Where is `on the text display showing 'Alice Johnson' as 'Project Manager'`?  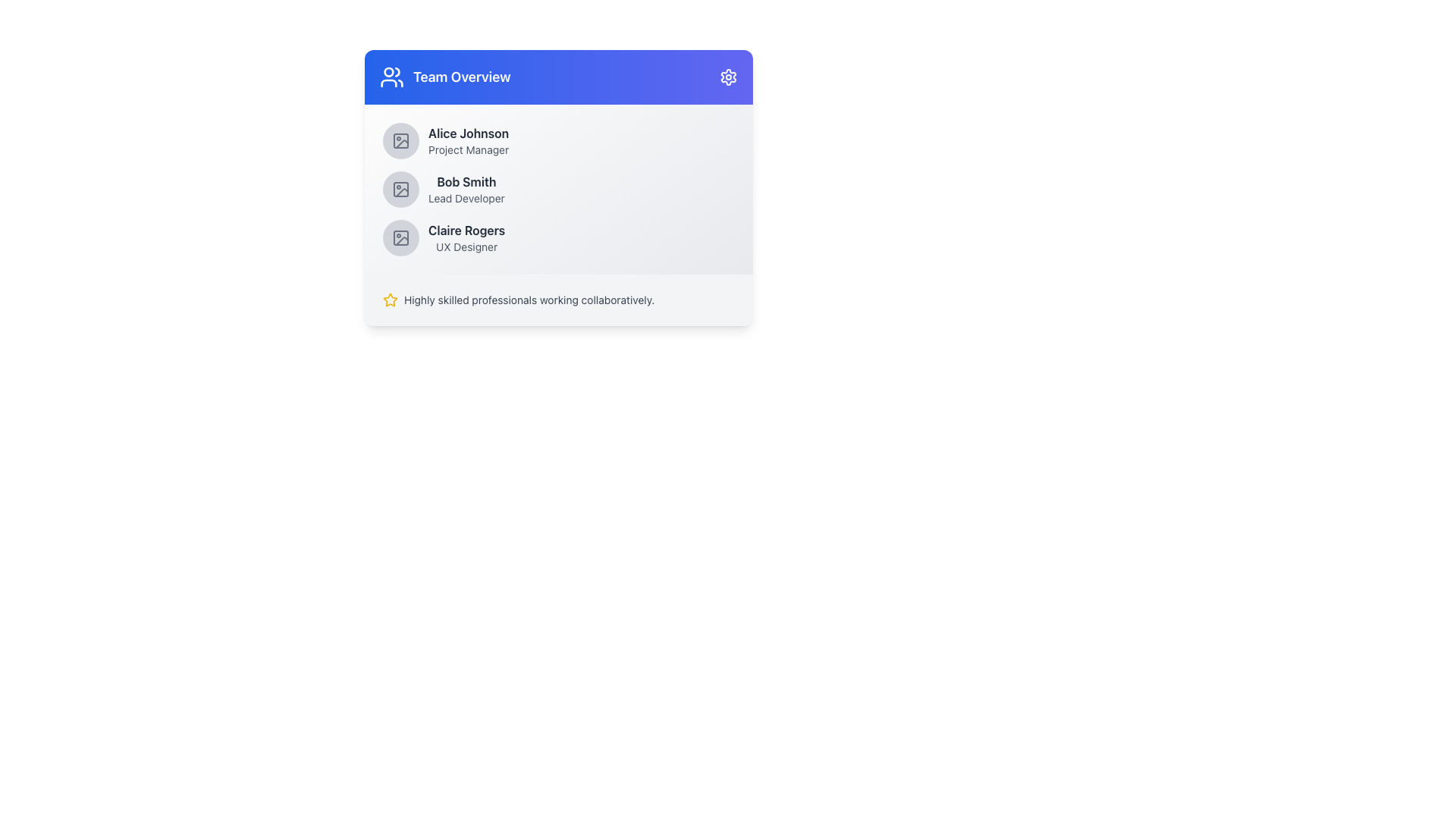
on the text display showing 'Alice Johnson' as 'Project Manager' is located at coordinates (468, 140).